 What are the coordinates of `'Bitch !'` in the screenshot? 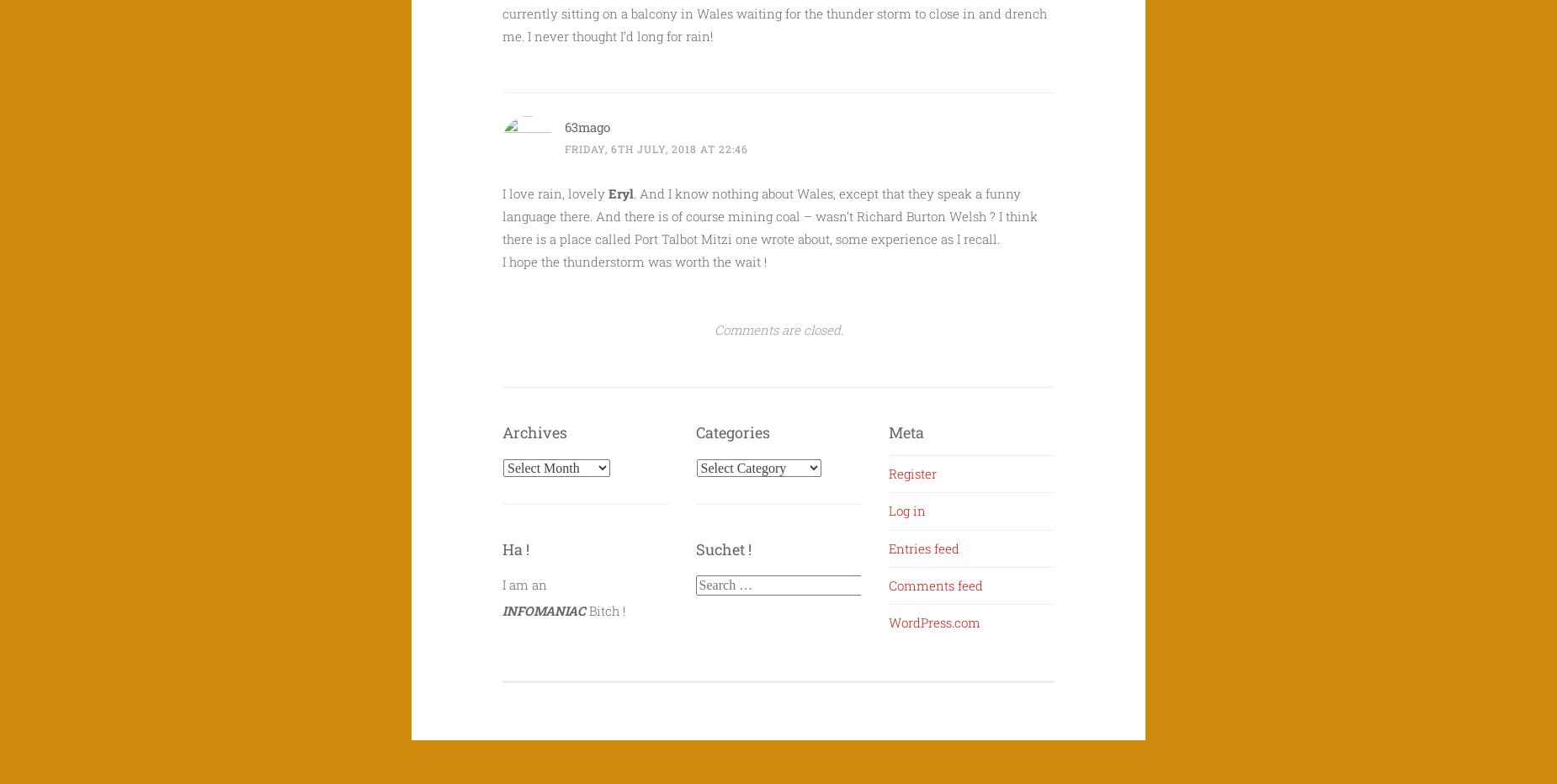 It's located at (605, 610).